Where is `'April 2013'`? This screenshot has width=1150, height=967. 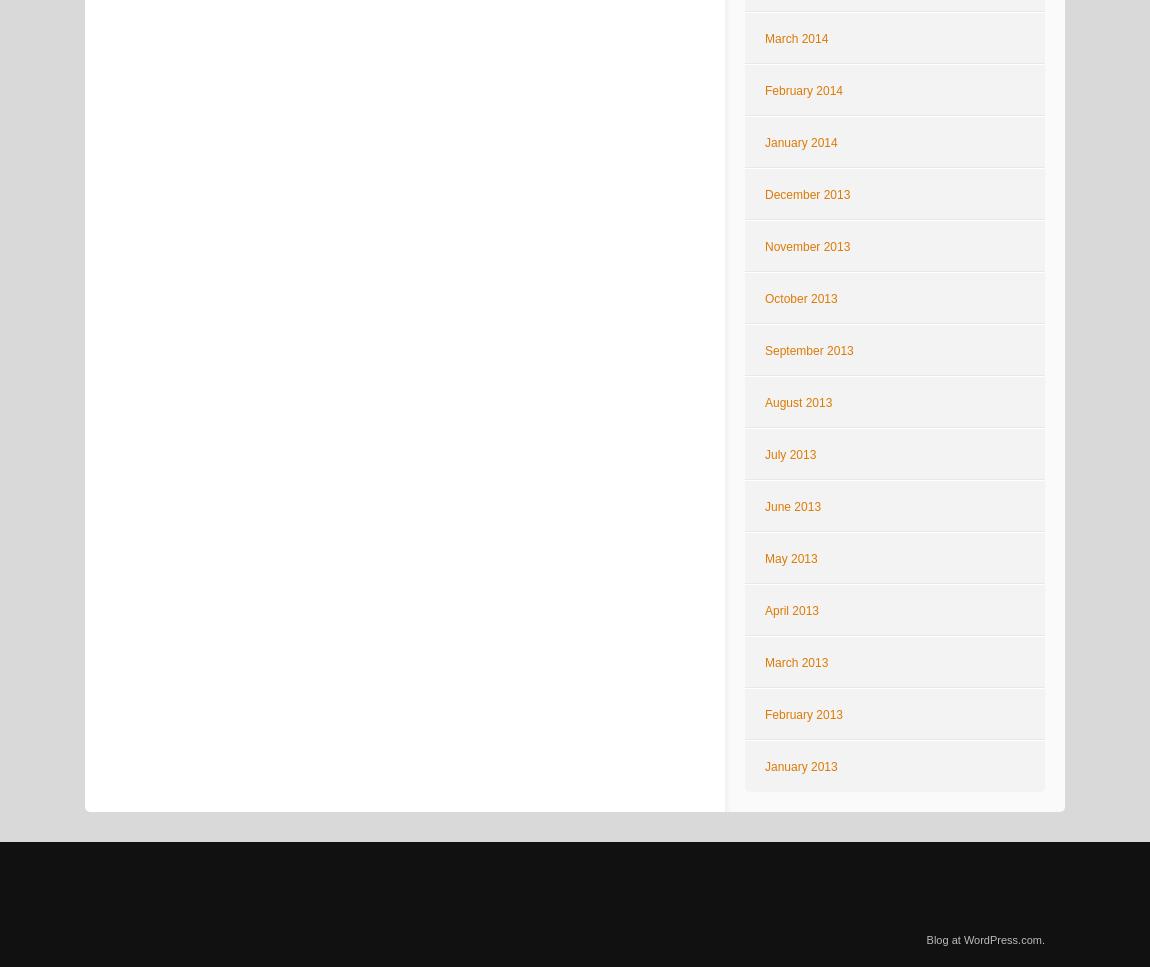
'April 2013' is located at coordinates (791, 611).